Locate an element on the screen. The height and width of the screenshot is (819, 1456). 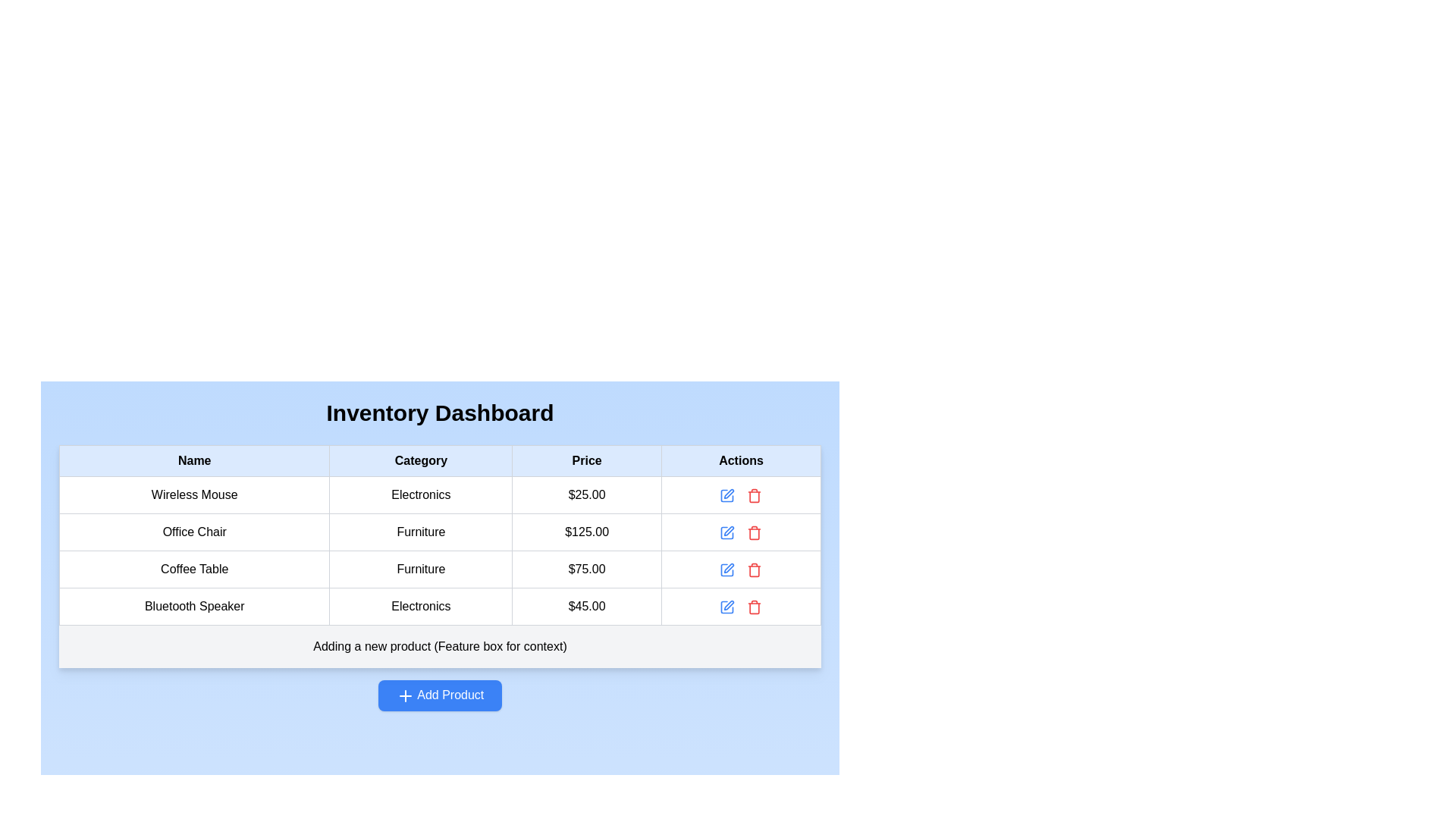
the text label displaying 'Furniture' in the third row of the table under the 'Category' column is located at coordinates (421, 570).